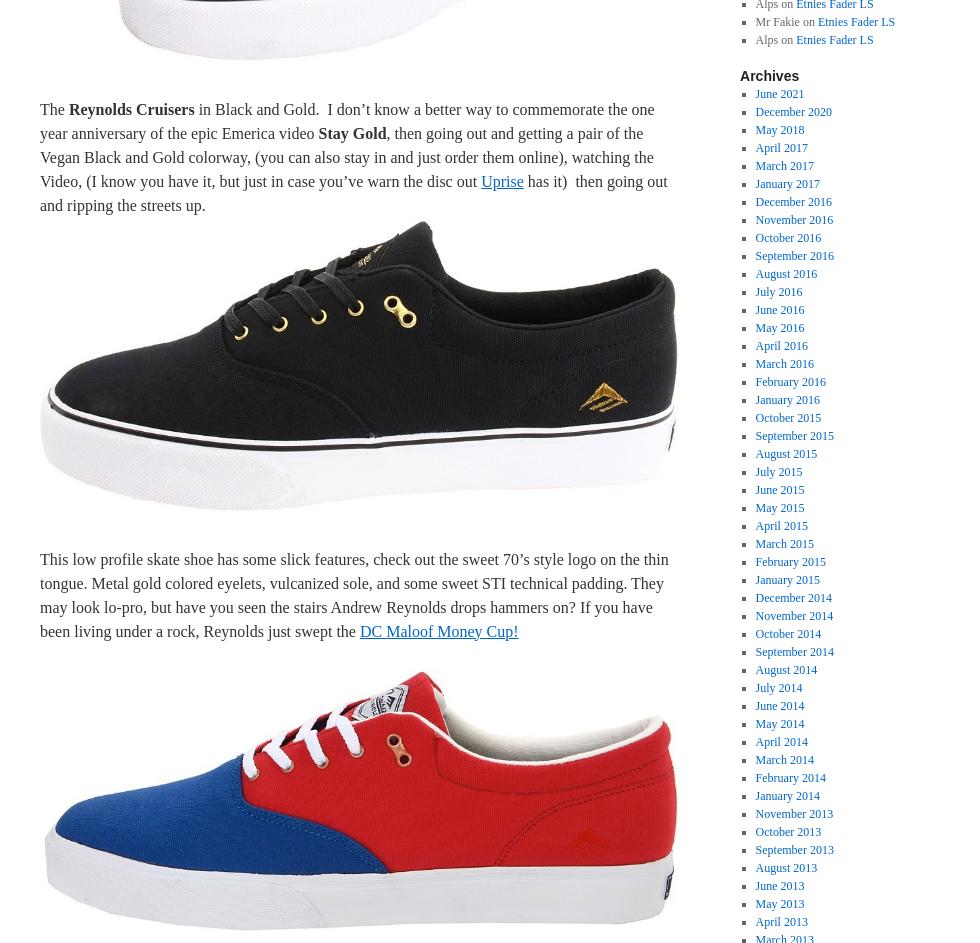  I want to click on 'March 2017', so click(754, 164).